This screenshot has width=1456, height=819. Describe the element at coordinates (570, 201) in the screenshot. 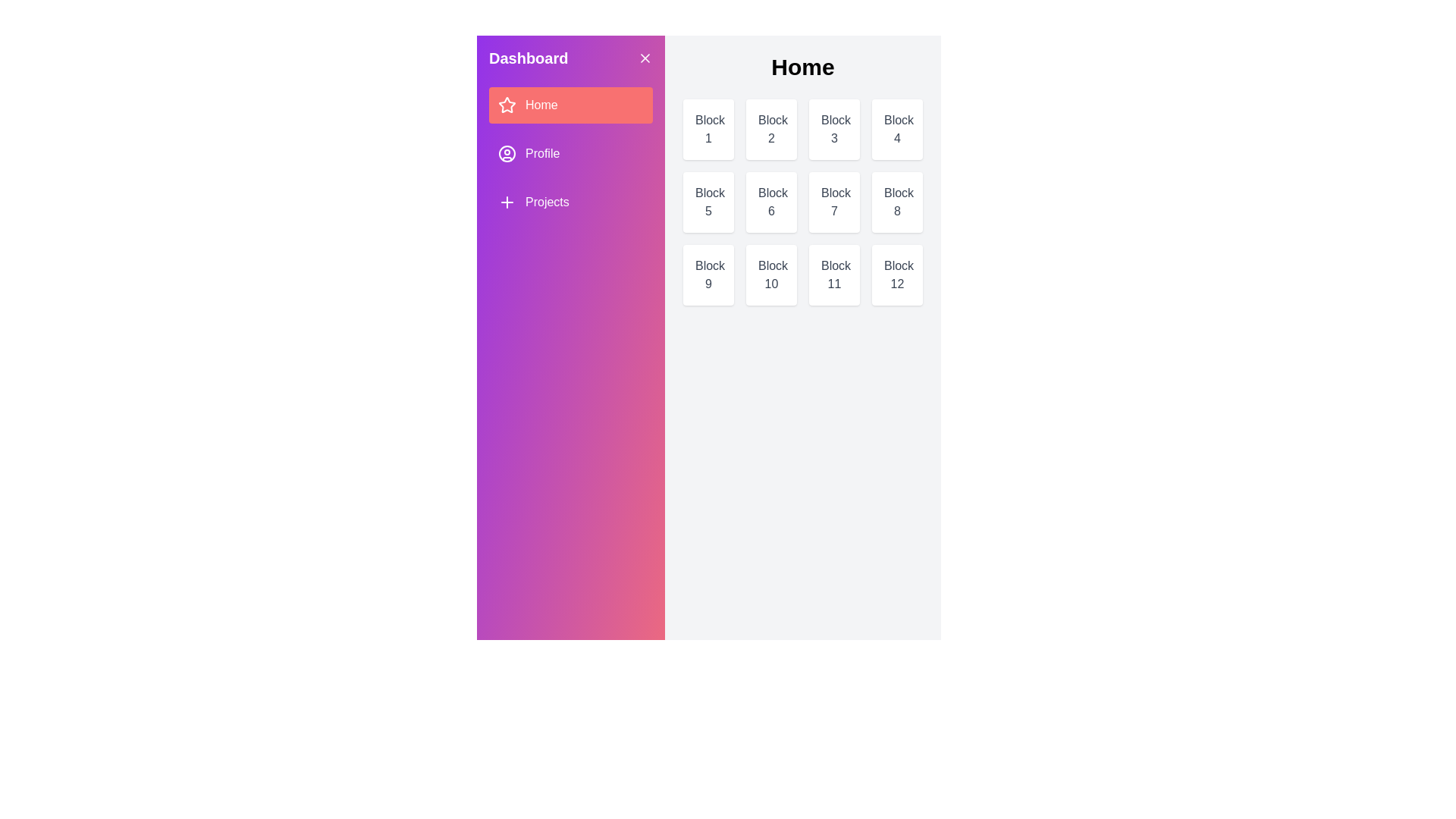

I see `the menu item corresponding to Projects to navigate to that section` at that location.